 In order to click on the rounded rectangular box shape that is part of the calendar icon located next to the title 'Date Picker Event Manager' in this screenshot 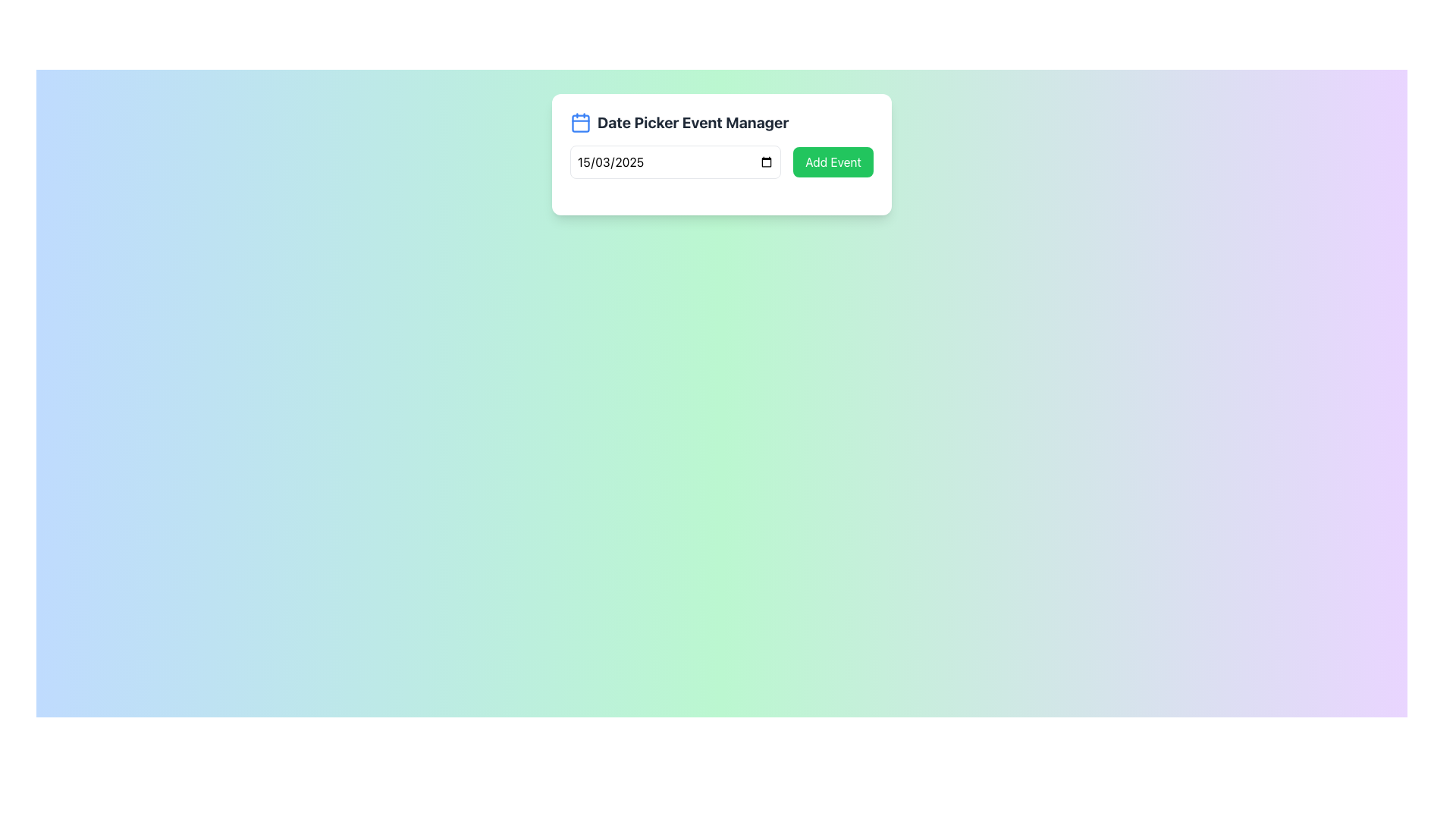, I will do `click(580, 122)`.